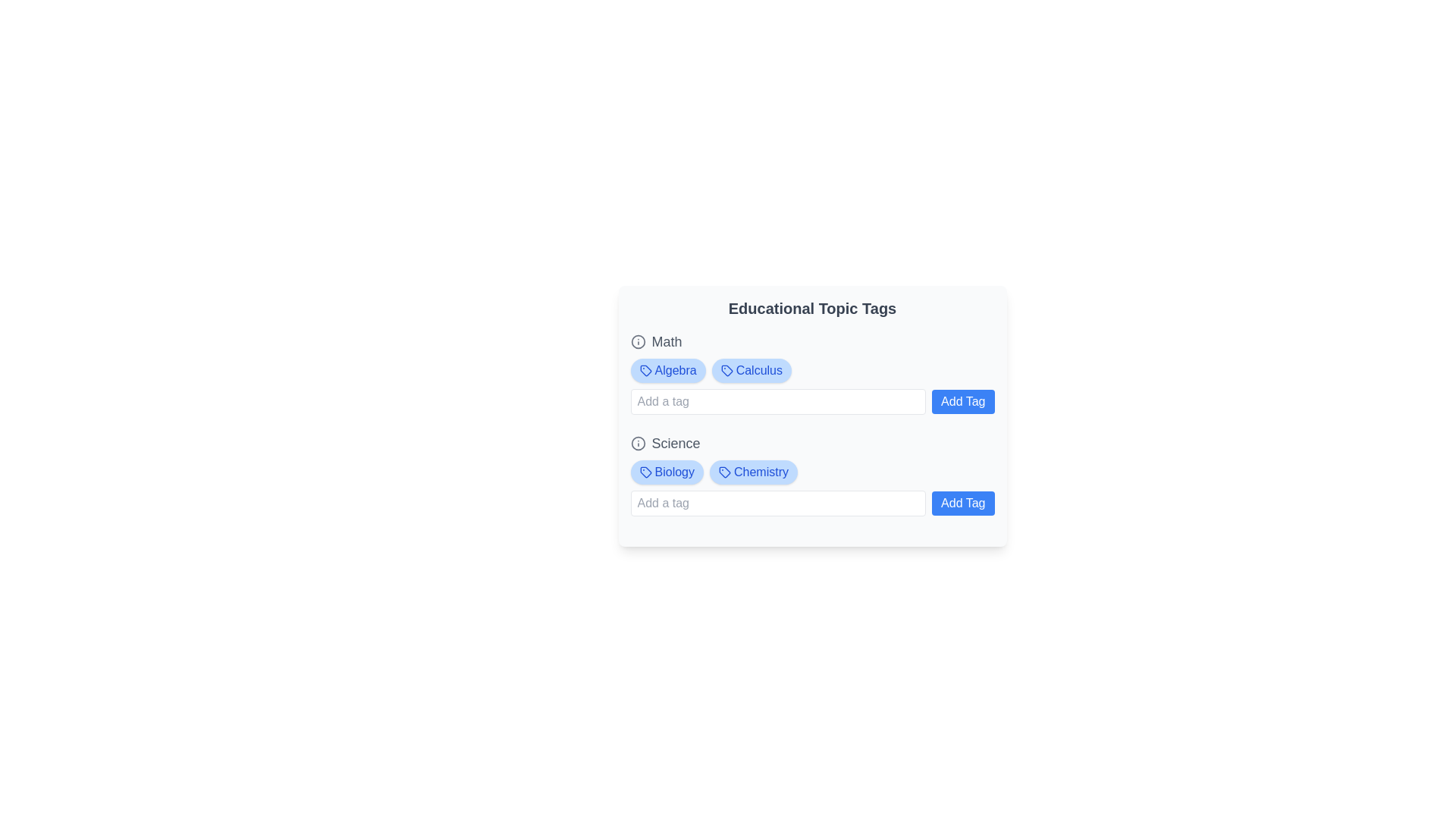  I want to click on the 'Calculus' label tag, which has a light blue background and blue text, located in the 'Math' section under 'Educational Topic Tags', so click(752, 371).